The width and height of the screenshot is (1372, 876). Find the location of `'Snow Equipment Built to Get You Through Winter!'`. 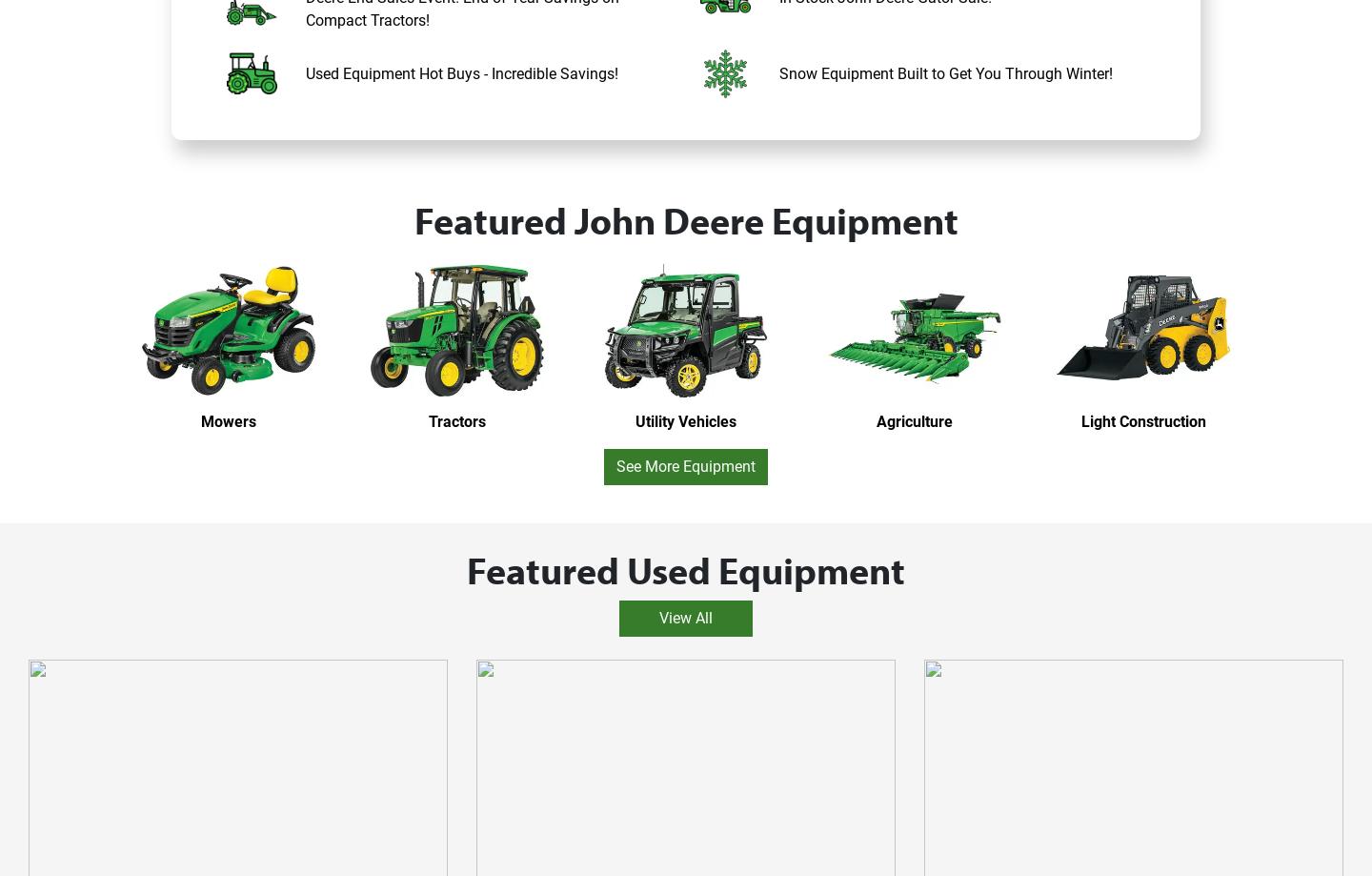

'Snow Equipment Built to Get You Through Winter!' is located at coordinates (944, 72).